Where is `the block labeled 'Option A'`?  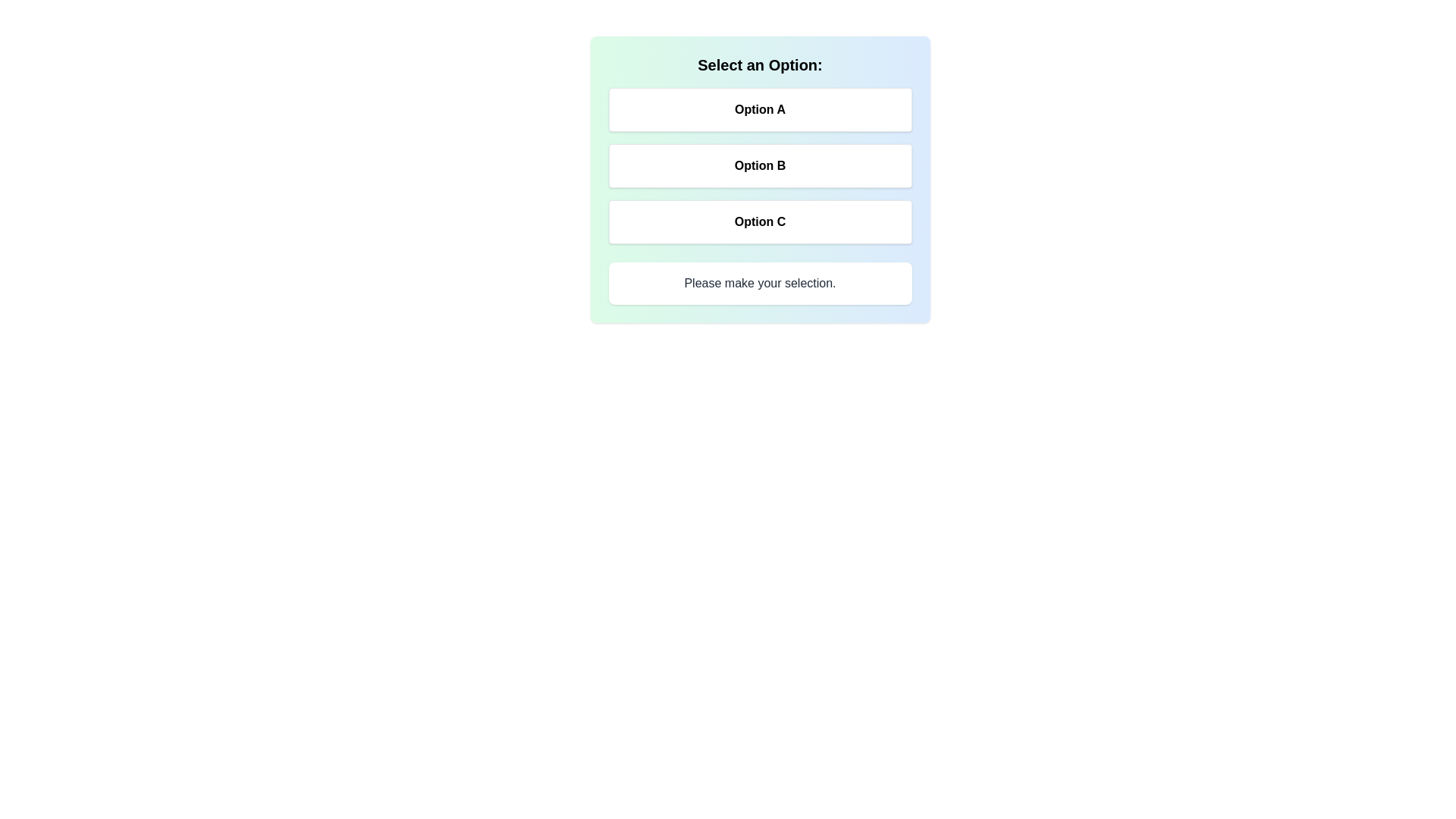
the block labeled 'Option A' is located at coordinates (760, 166).